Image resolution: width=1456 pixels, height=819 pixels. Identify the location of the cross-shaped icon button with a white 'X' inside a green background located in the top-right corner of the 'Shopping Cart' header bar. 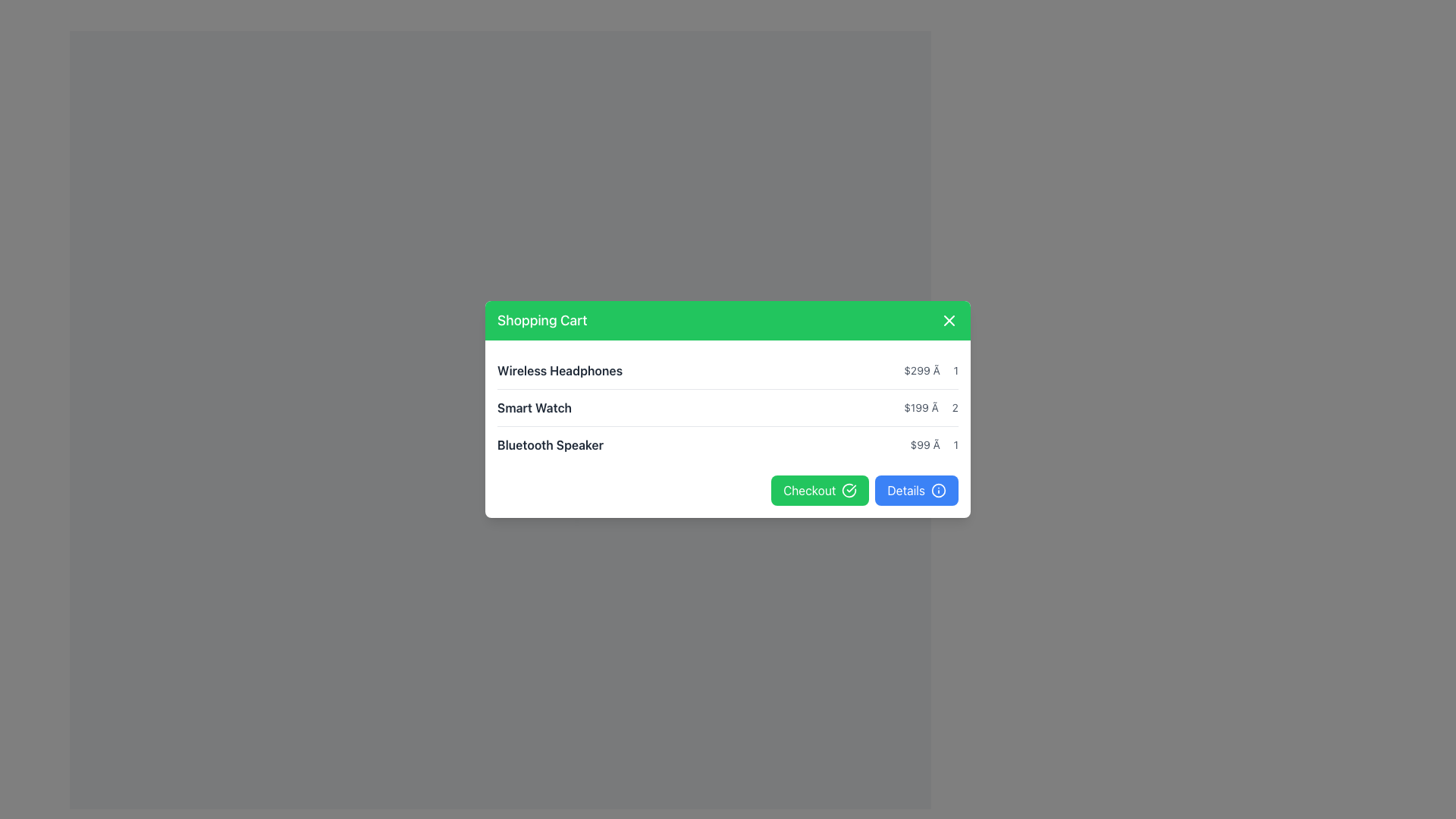
(949, 320).